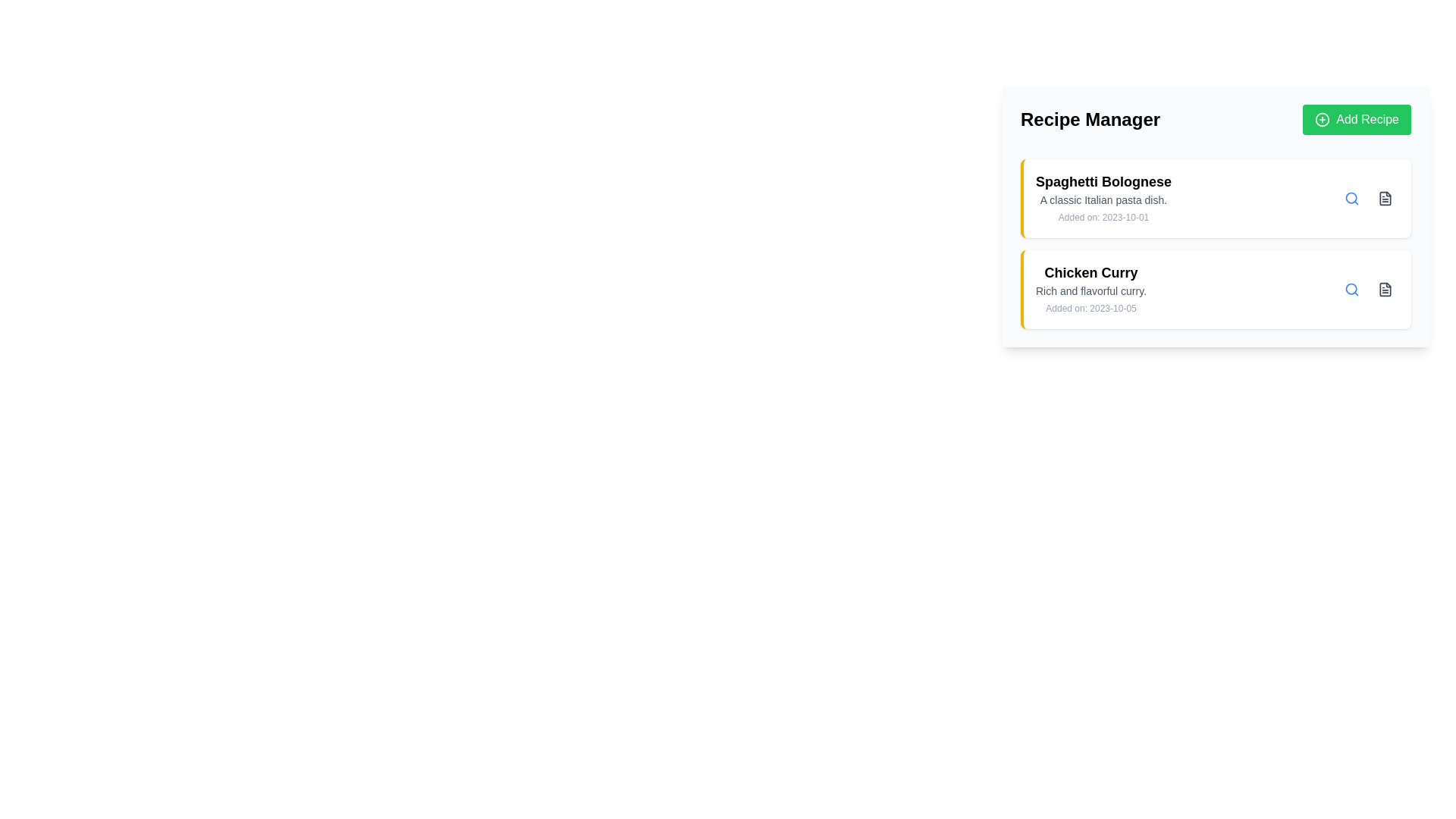 Image resolution: width=1456 pixels, height=819 pixels. What do you see at coordinates (1351, 197) in the screenshot?
I see `the decorative circle element that is part of the search icon in the top-right section of the 'Chicken Curry' entry in the recipe list` at bounding box center [1351, 197].